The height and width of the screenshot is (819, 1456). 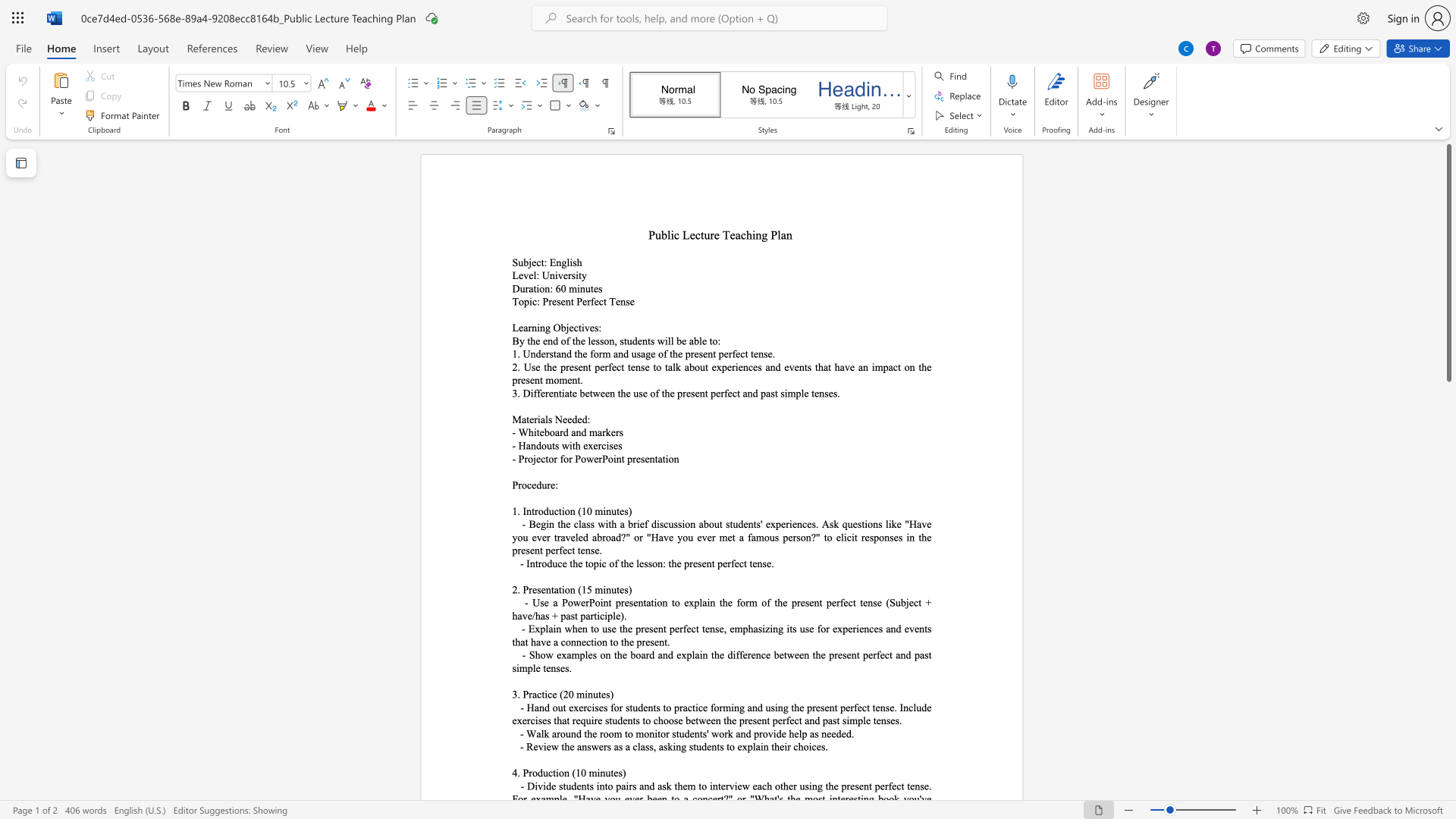 I want to click on the space between the continuous character "o" and "u" in the text, so click(x=564, y=733).